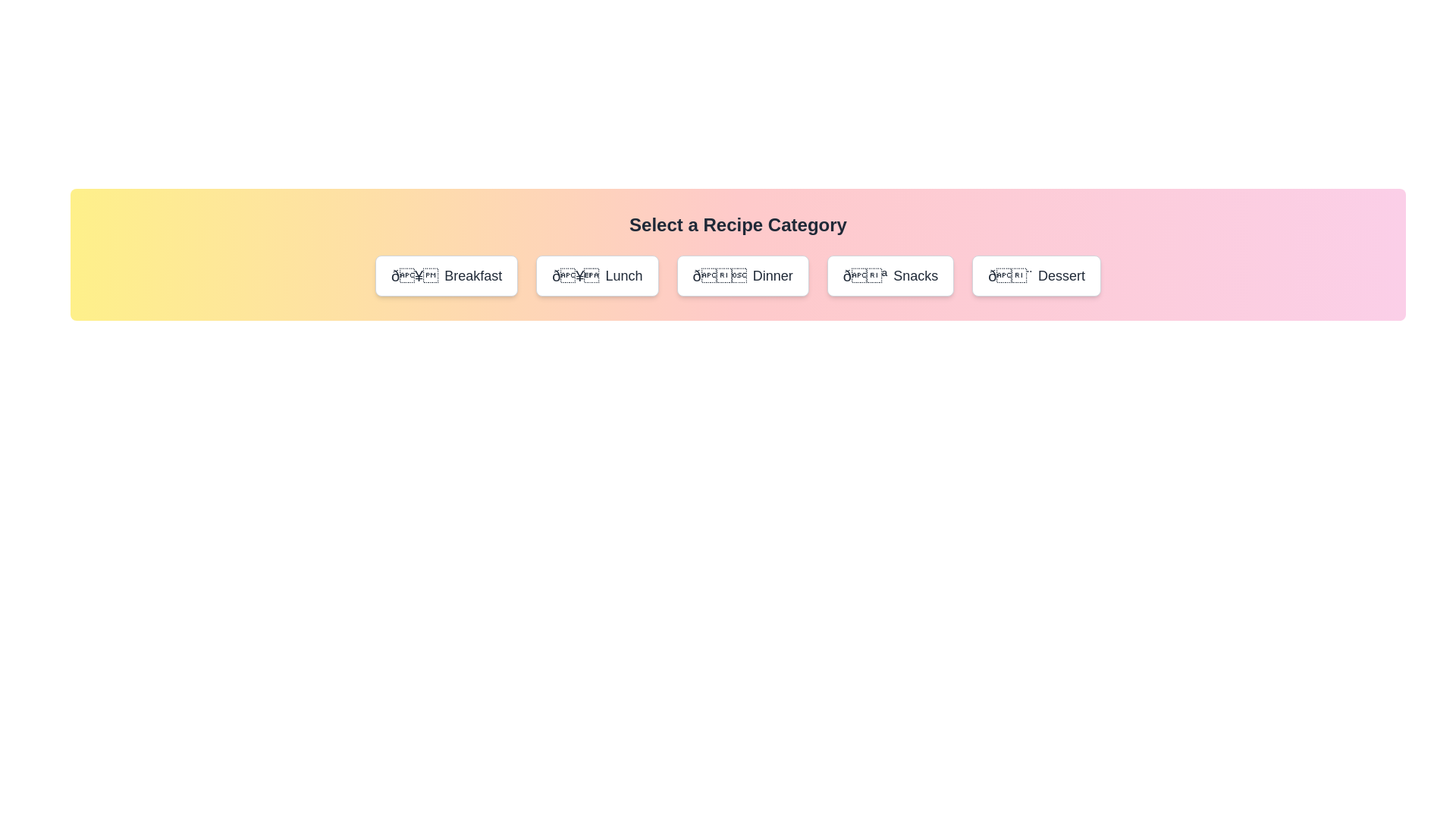  I want to click on the Lunch button to see the hover effect, so click(596, 275).